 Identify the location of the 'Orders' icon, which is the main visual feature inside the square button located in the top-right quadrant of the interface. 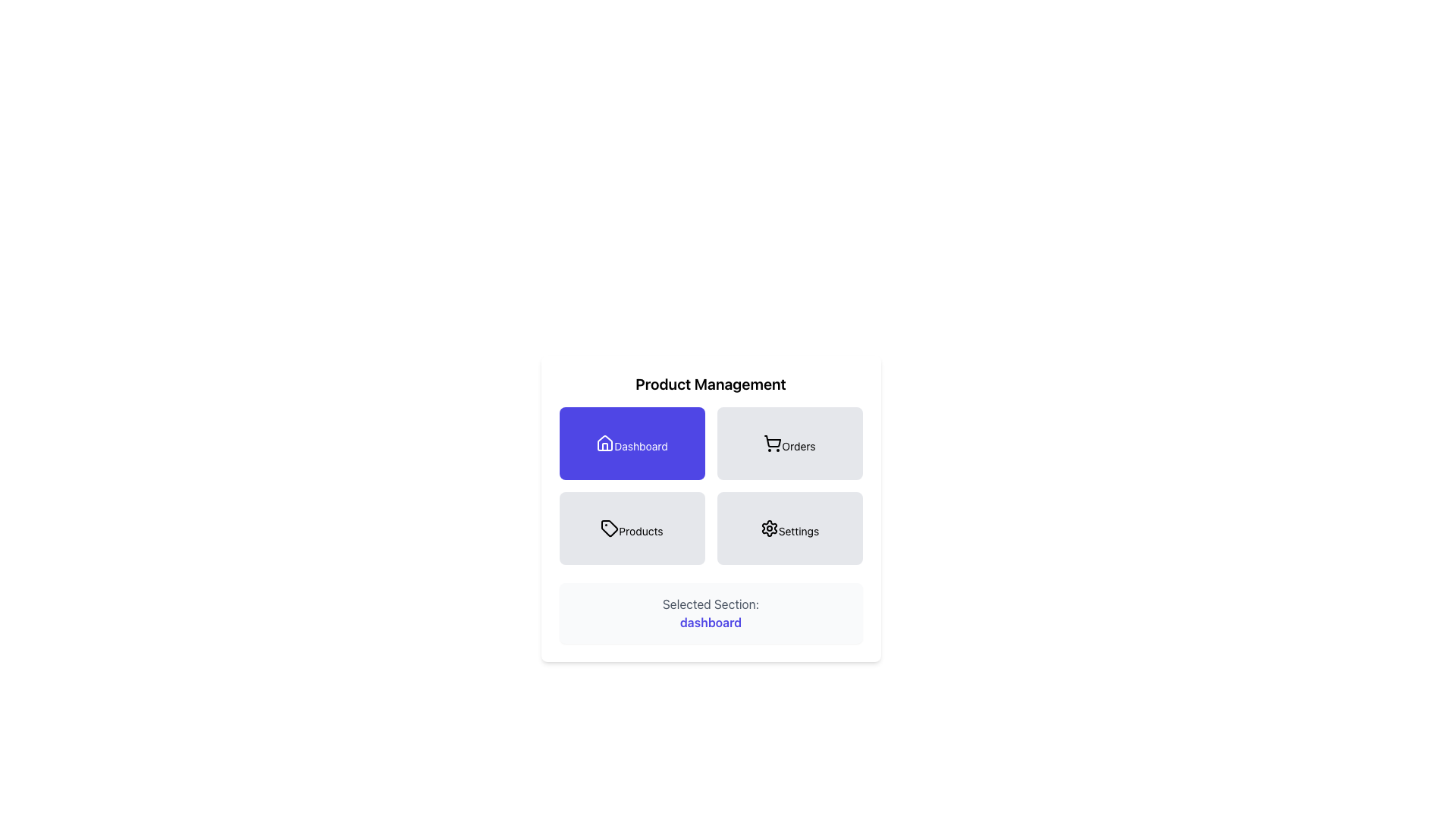
(773, 441).